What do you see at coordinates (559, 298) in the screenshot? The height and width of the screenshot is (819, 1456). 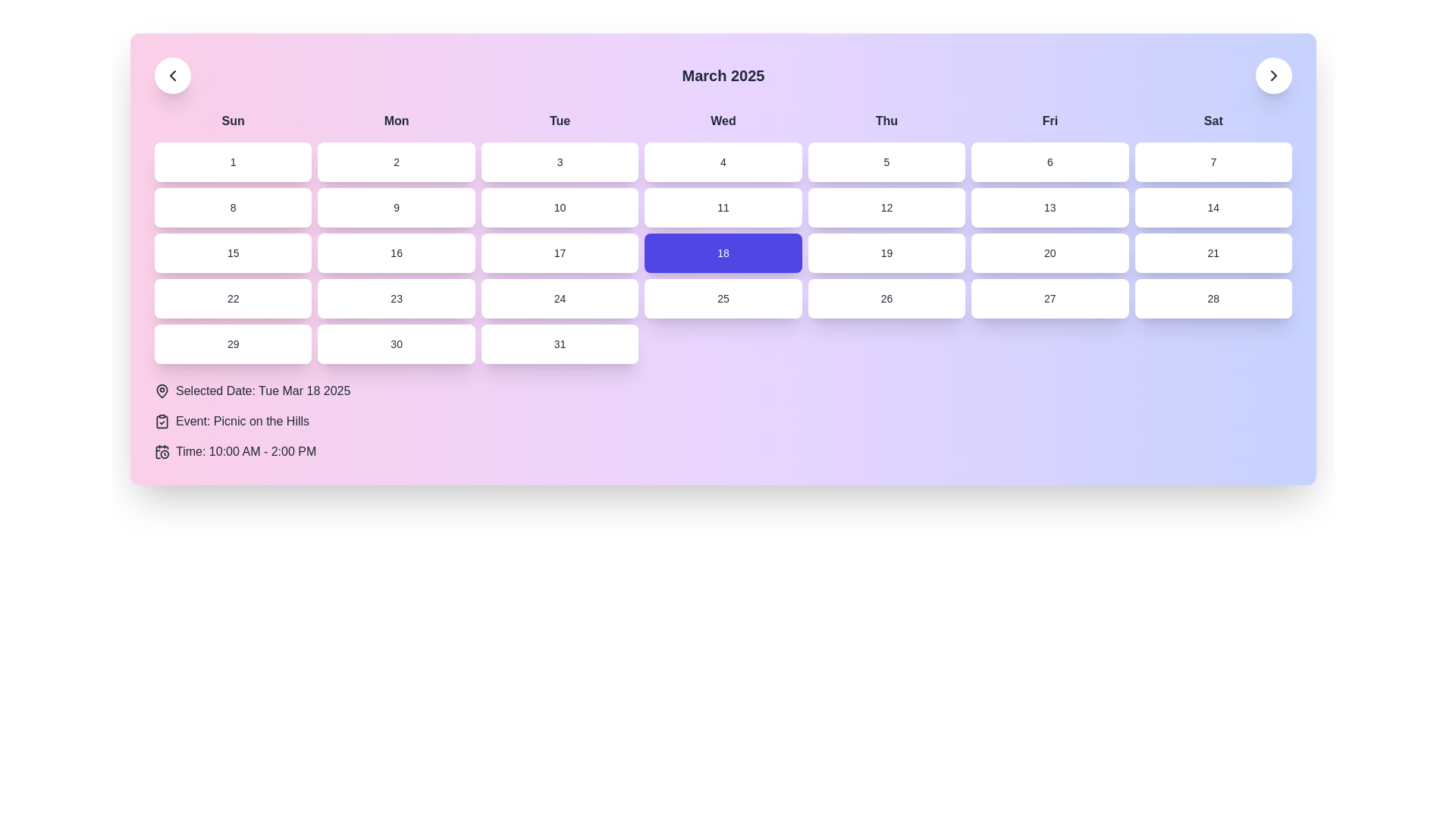 I see `the interactive calendar date button displaying '24'` at bounding box center [559, 298].